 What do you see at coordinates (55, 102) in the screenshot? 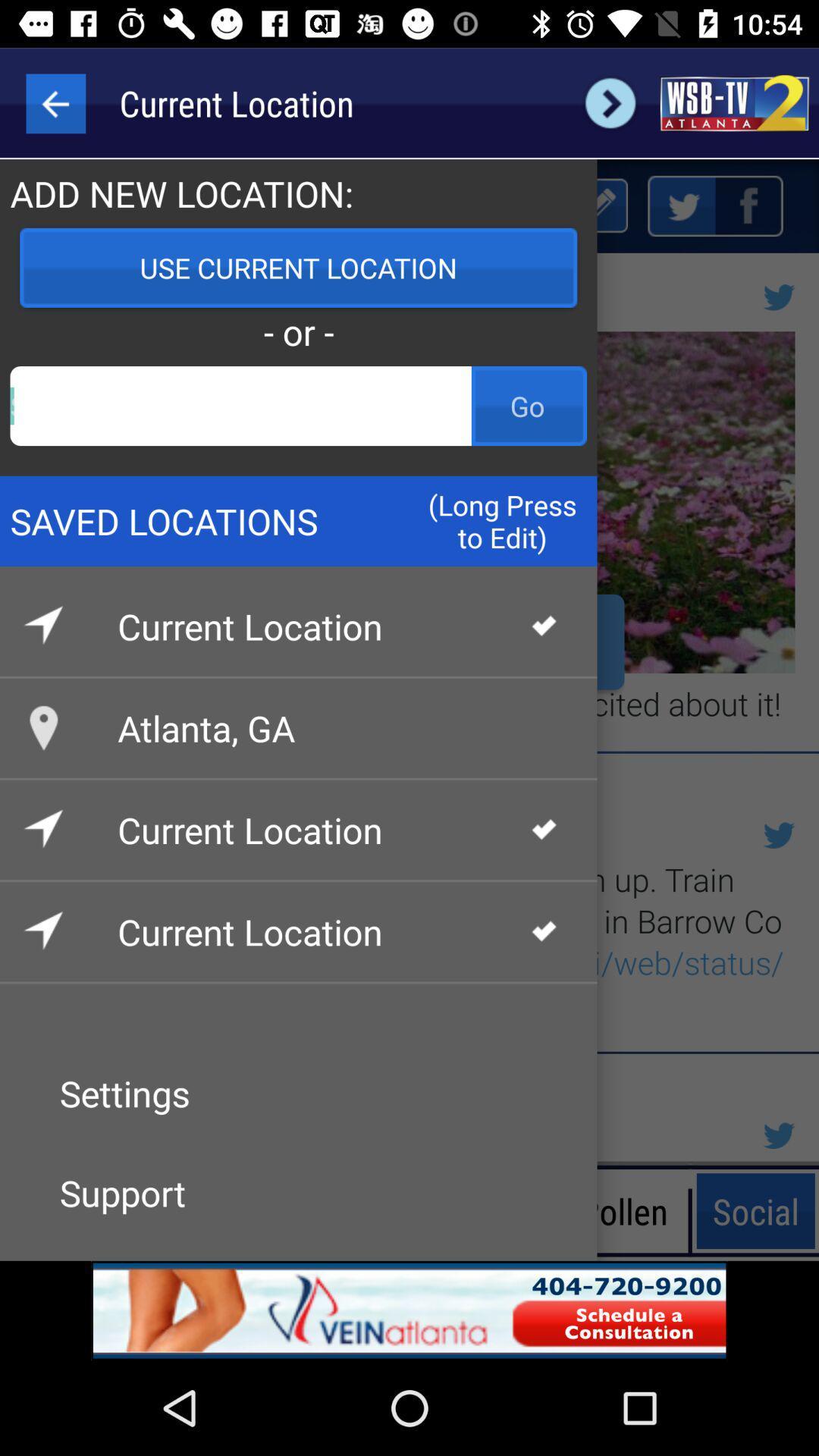
I see `the arrow_backward icon` at bounding box center [55, 102].